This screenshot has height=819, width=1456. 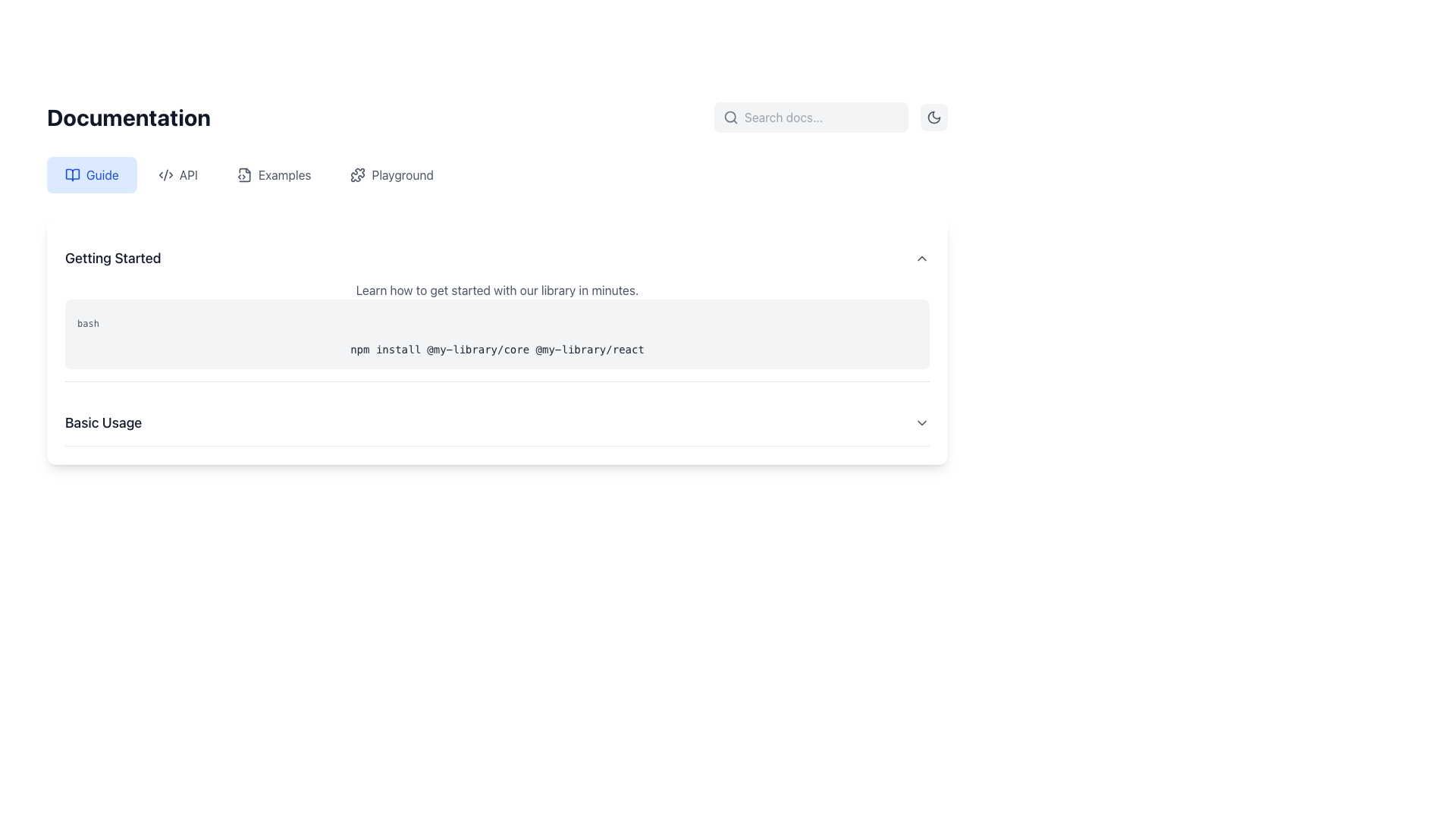 What do you see at coordinates (497, 290) in the screenshot?
I see `the informational static text that provides an overview or instruction about the library, positioned above the code snippet starting with 'bash'` at bounding box center [497, 290].